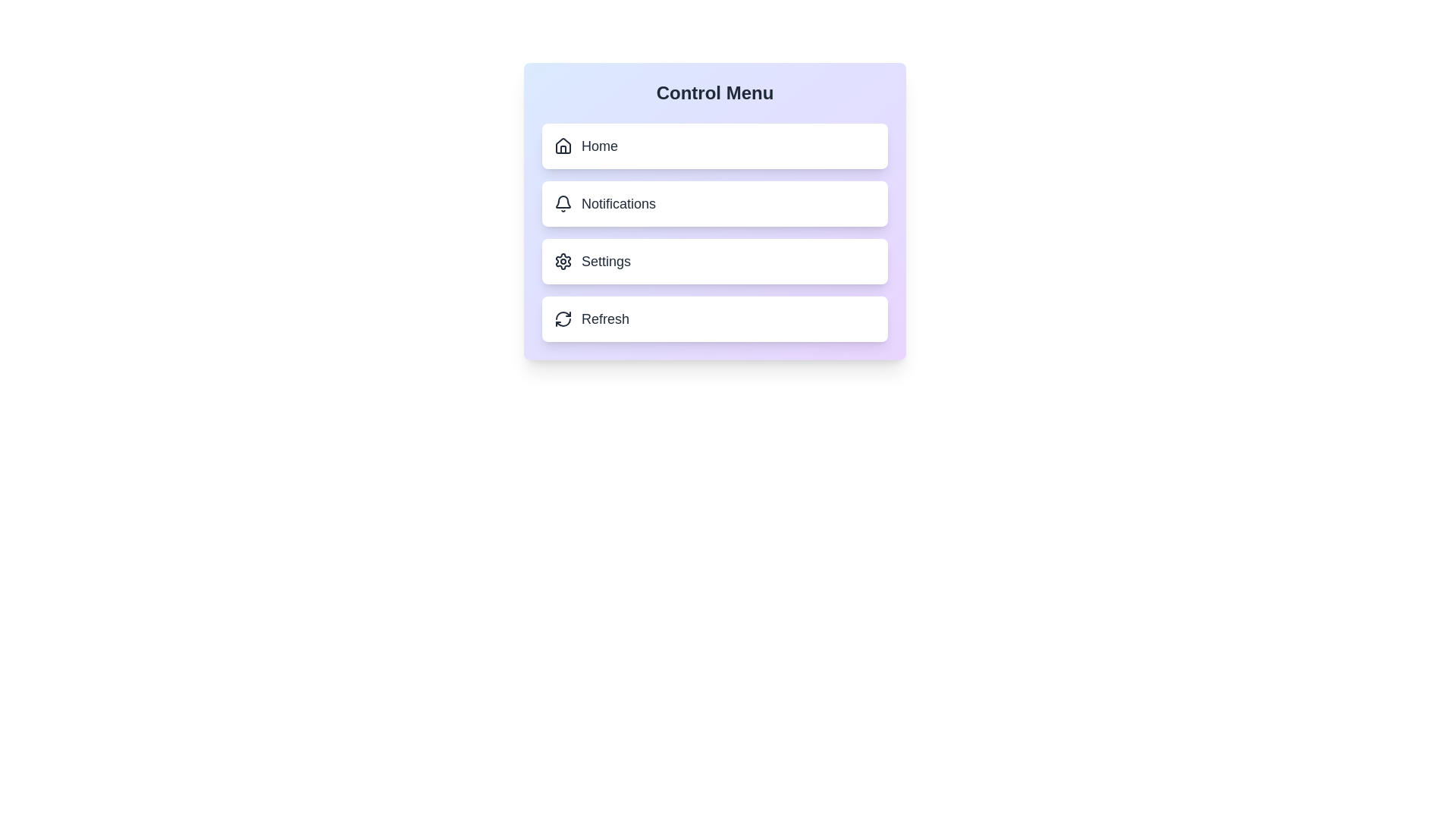  What do you see at coordinates (714, 260) in the screenshot?
I see `the Settings button to select the corresponding menu option` at bounding box center [714, 260].